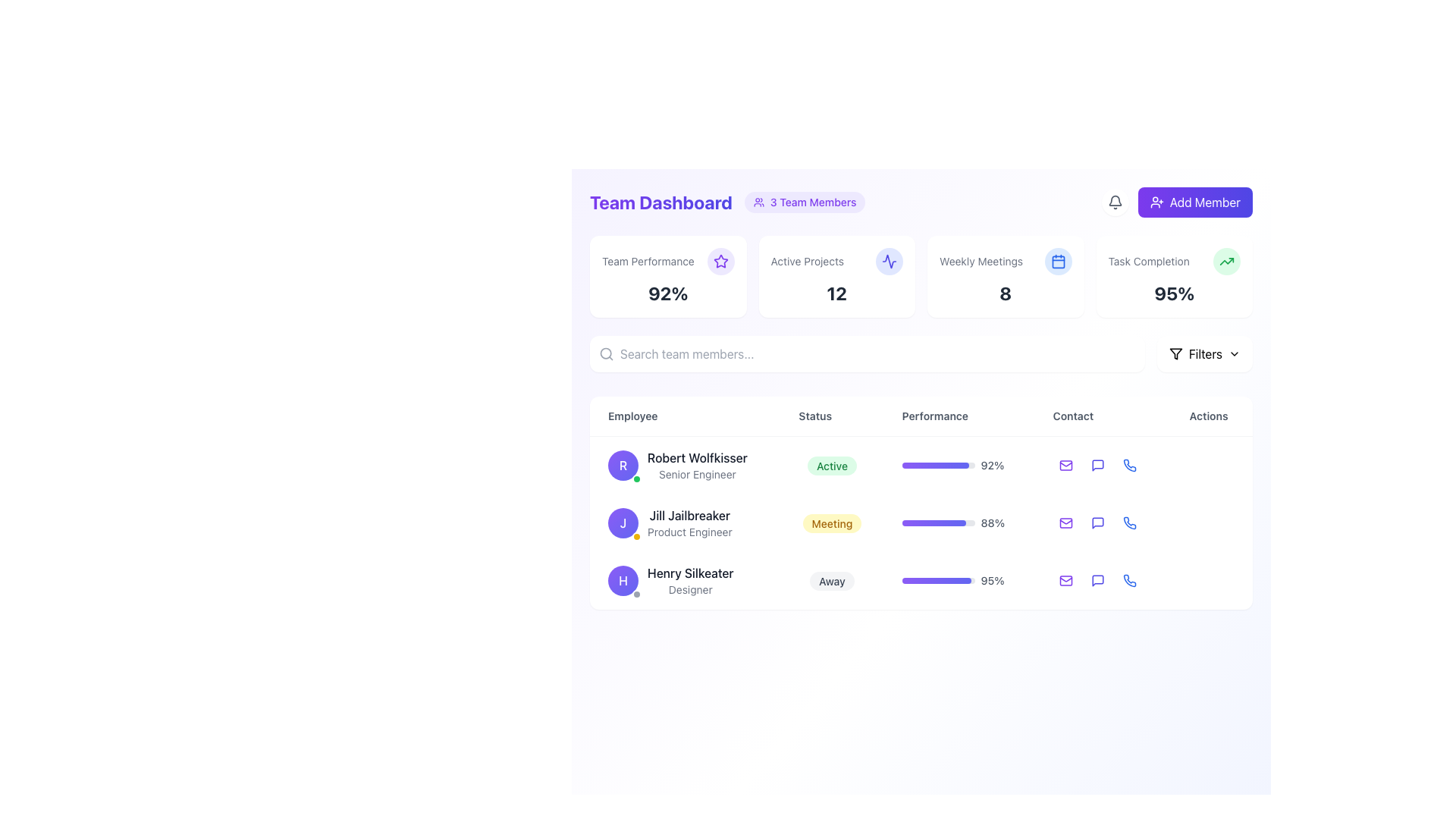 This screenshot has height=819, width=1456. What do you see at coordinates (1129, 580) in the screenshot?
I see `the phone call icon button located in the 'Contact' column of the last row for employee 'Henry Silkeater, Designer'` at bounding box center [1129, 580].